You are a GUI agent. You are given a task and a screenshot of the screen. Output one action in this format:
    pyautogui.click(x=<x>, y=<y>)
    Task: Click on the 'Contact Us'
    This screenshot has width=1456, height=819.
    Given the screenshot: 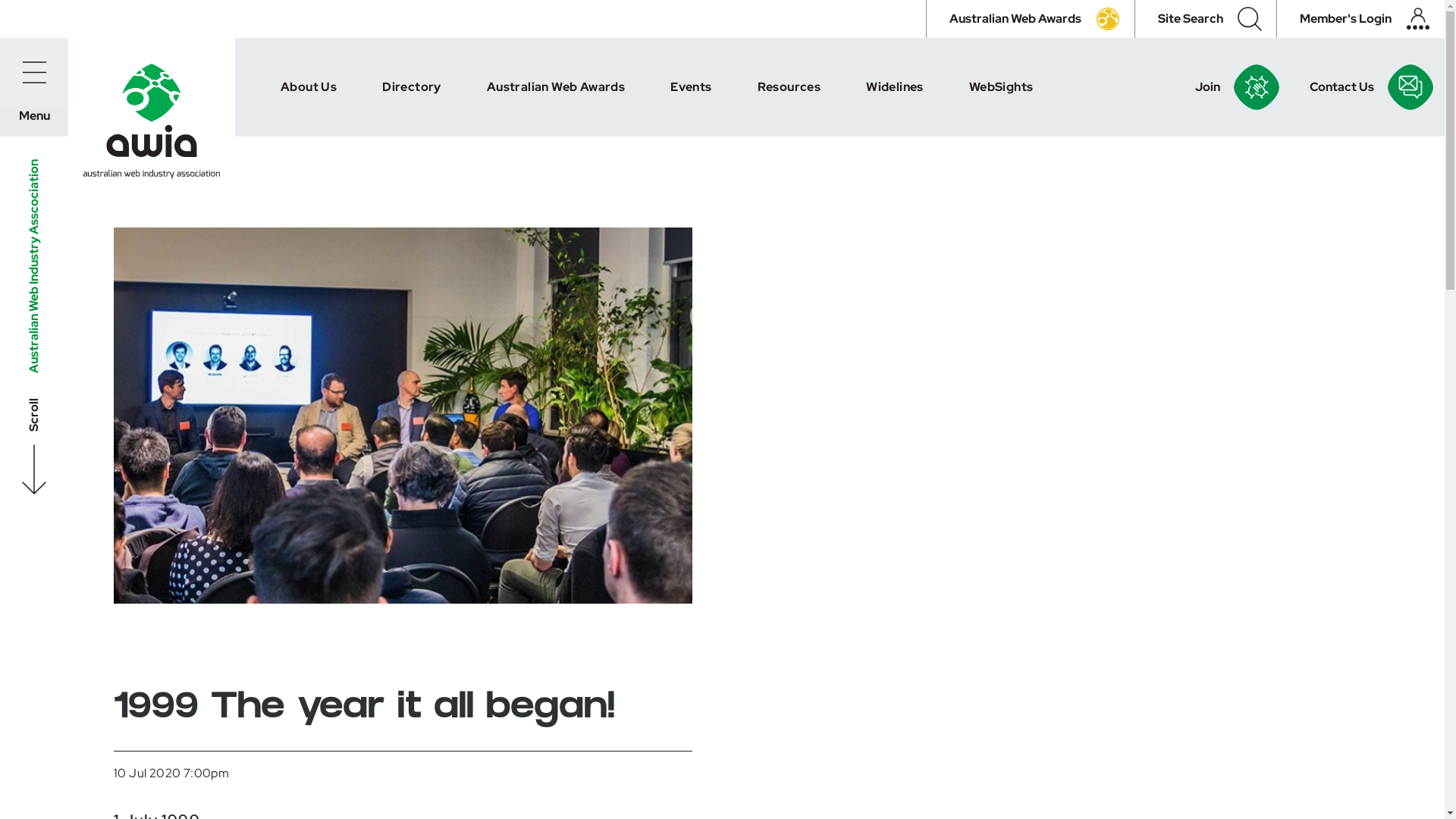 What is the action you would take?
    pyautogui.click(x=1301, y=87)
    